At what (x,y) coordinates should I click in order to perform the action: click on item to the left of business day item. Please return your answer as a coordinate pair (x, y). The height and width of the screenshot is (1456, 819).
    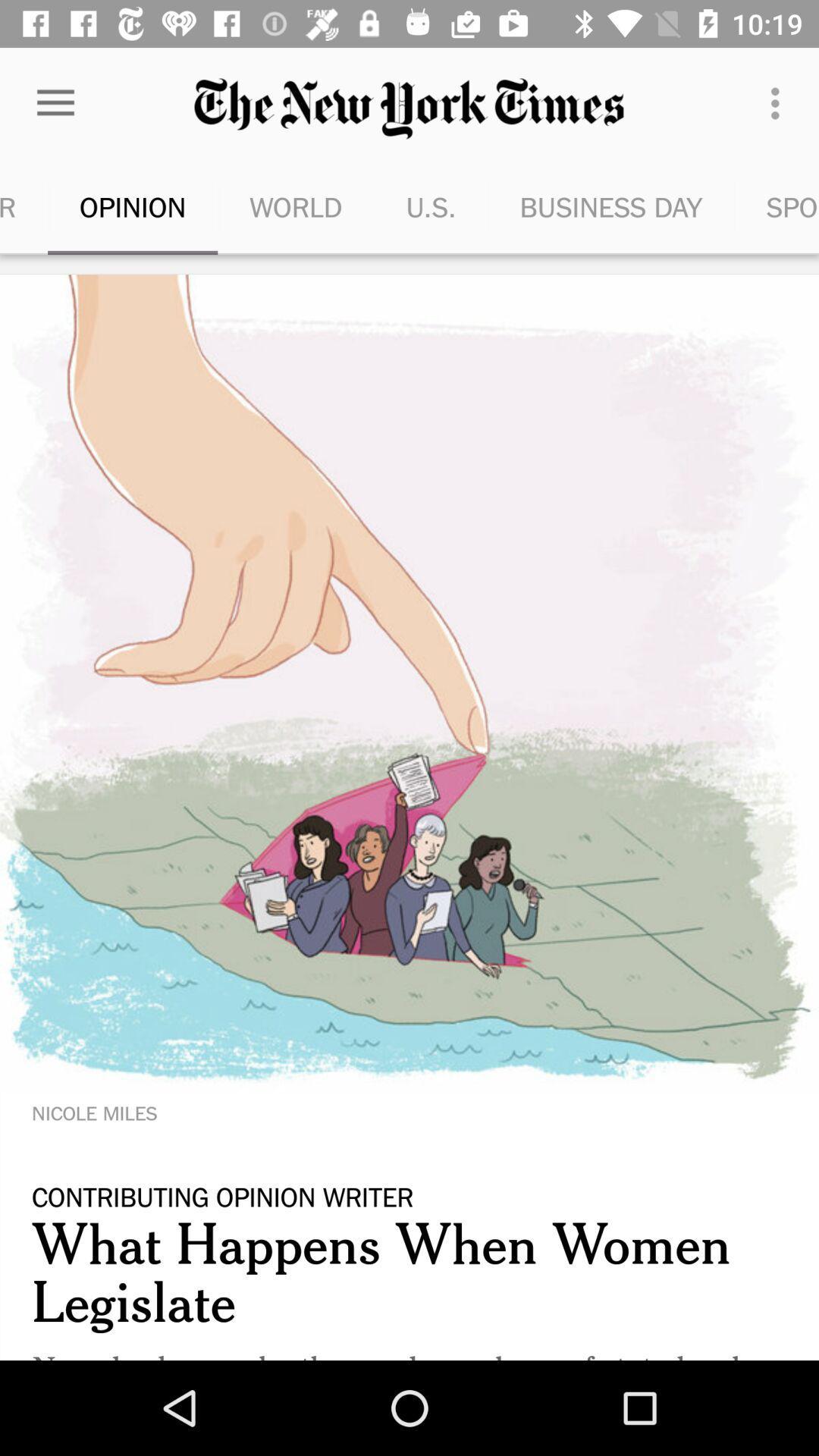
    Looking at the image, I should click on (431, 206).